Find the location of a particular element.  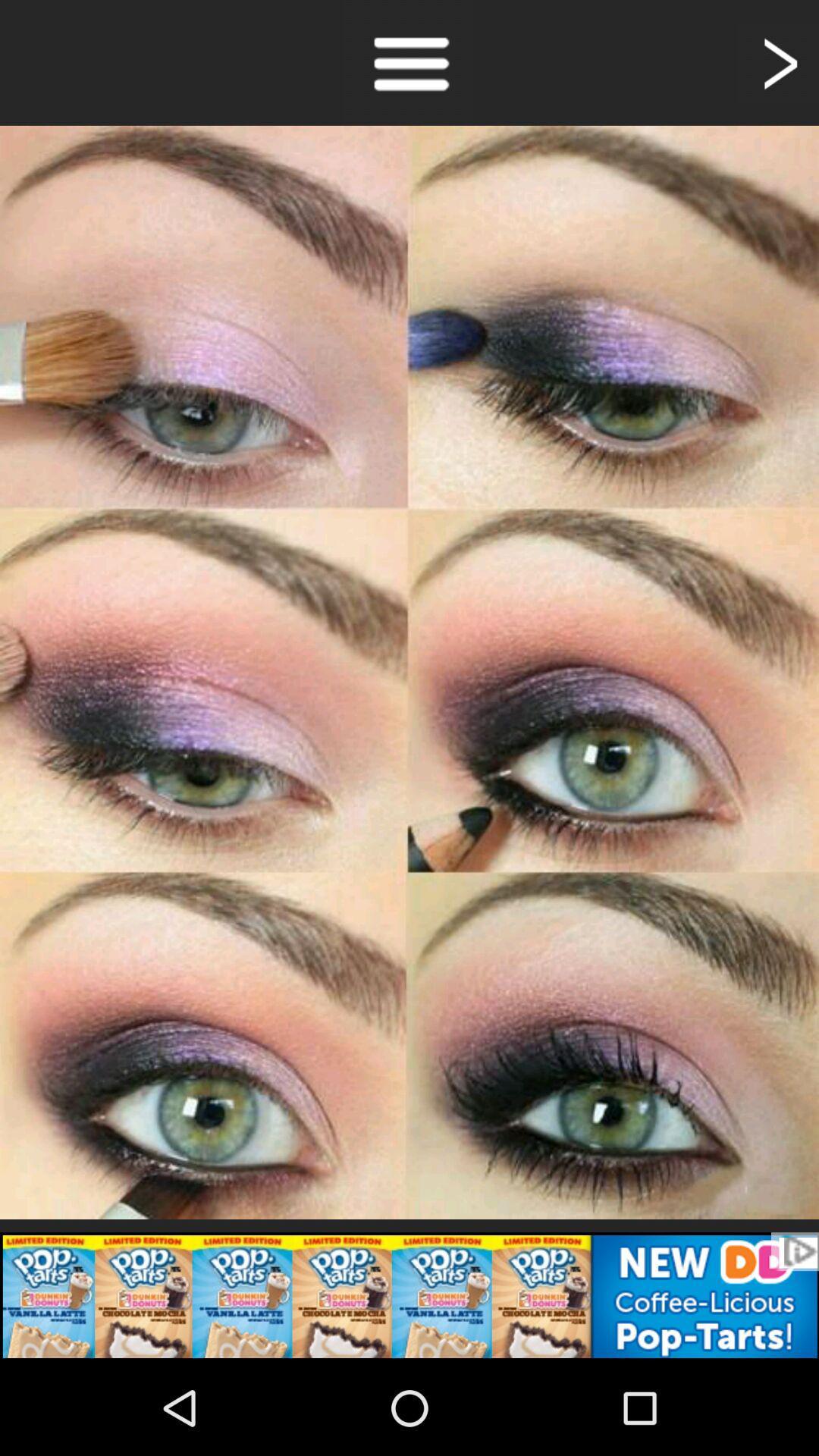

the menu icon is located at coordinates (409, 66).